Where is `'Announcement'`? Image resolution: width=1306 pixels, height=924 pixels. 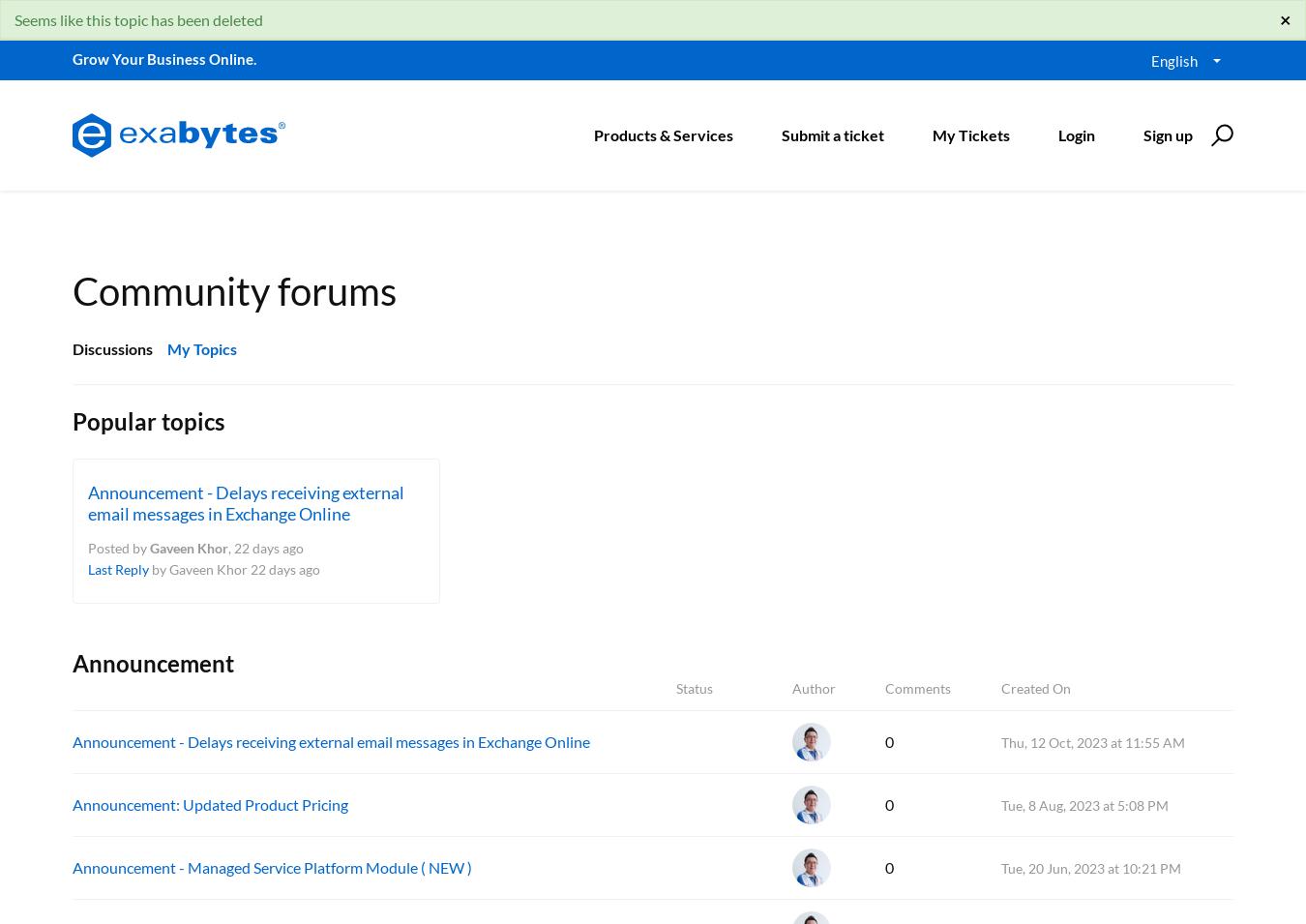 'Announcement' is located at coordinates (153, 662).